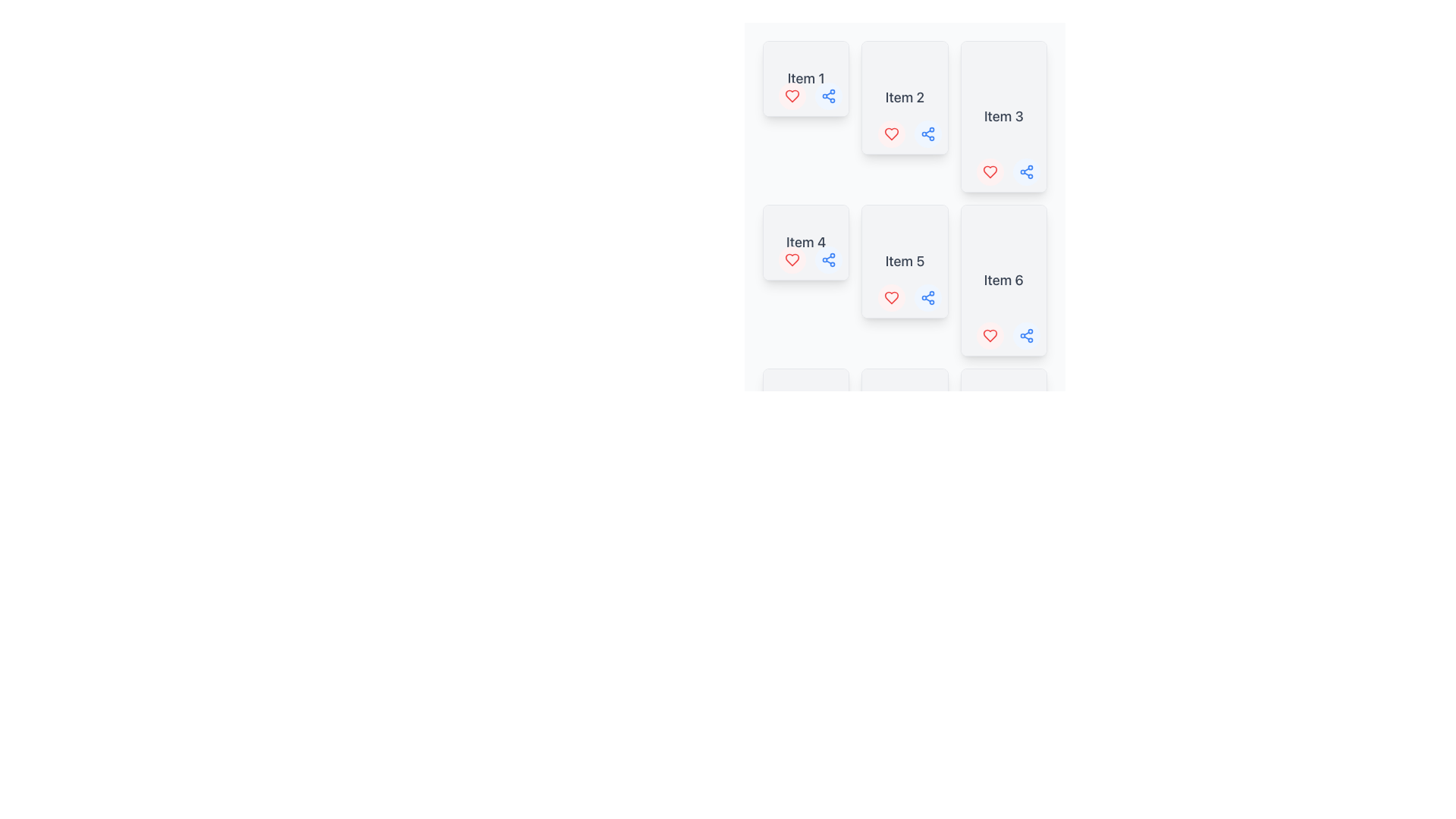 Image resolution: width=1456 pixels, height=819 pixels. What do you see at coordinates (891, 298) in the screenshot?
I see `the heart icon button located in the bottom-right section of the 'Item 5' tile` at bounding box center [891, 298].